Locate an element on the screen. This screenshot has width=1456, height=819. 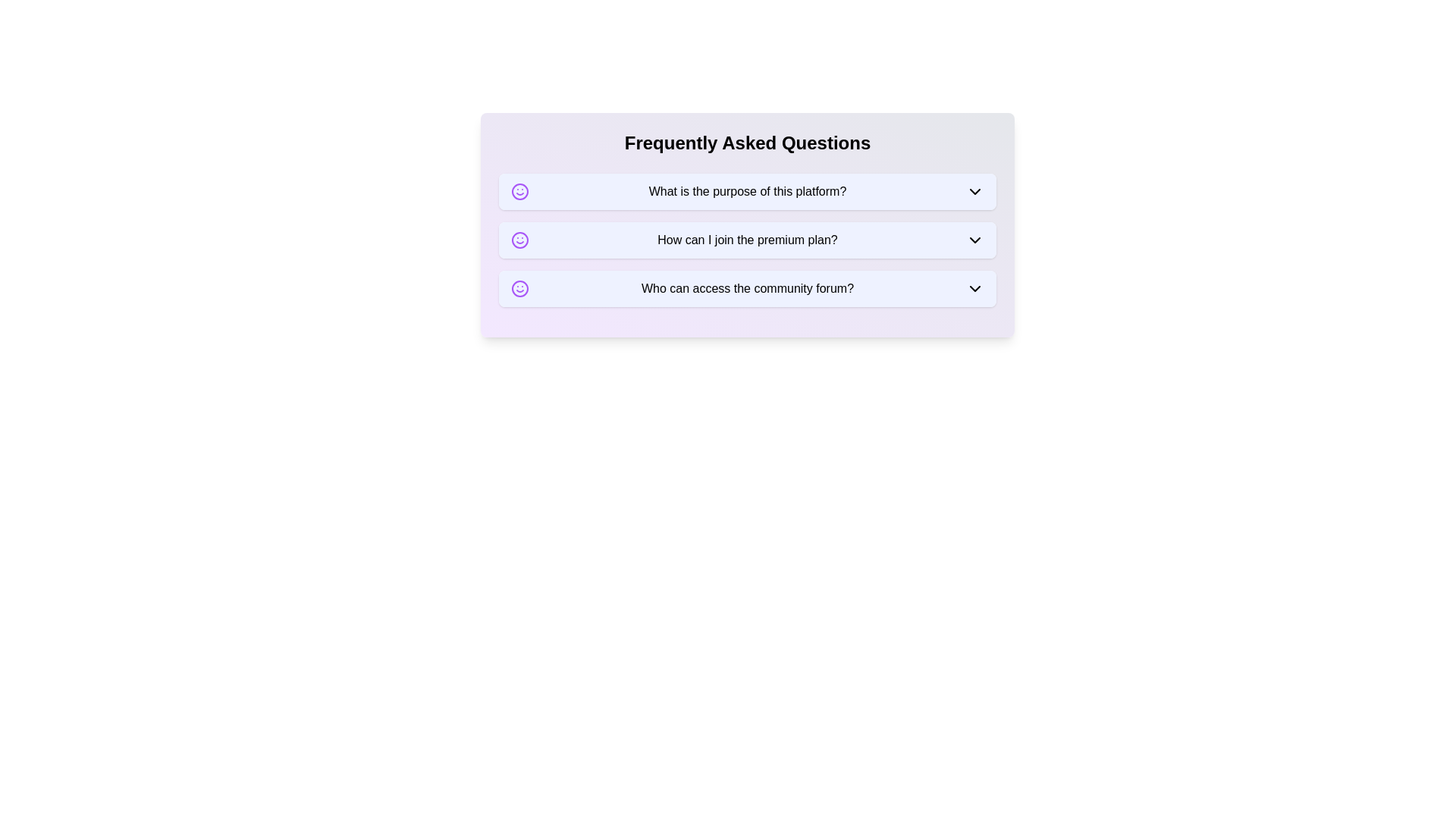
the collapsible section header containing the text 'How can I join the premium plan?' is located at coordinates (747, 239).